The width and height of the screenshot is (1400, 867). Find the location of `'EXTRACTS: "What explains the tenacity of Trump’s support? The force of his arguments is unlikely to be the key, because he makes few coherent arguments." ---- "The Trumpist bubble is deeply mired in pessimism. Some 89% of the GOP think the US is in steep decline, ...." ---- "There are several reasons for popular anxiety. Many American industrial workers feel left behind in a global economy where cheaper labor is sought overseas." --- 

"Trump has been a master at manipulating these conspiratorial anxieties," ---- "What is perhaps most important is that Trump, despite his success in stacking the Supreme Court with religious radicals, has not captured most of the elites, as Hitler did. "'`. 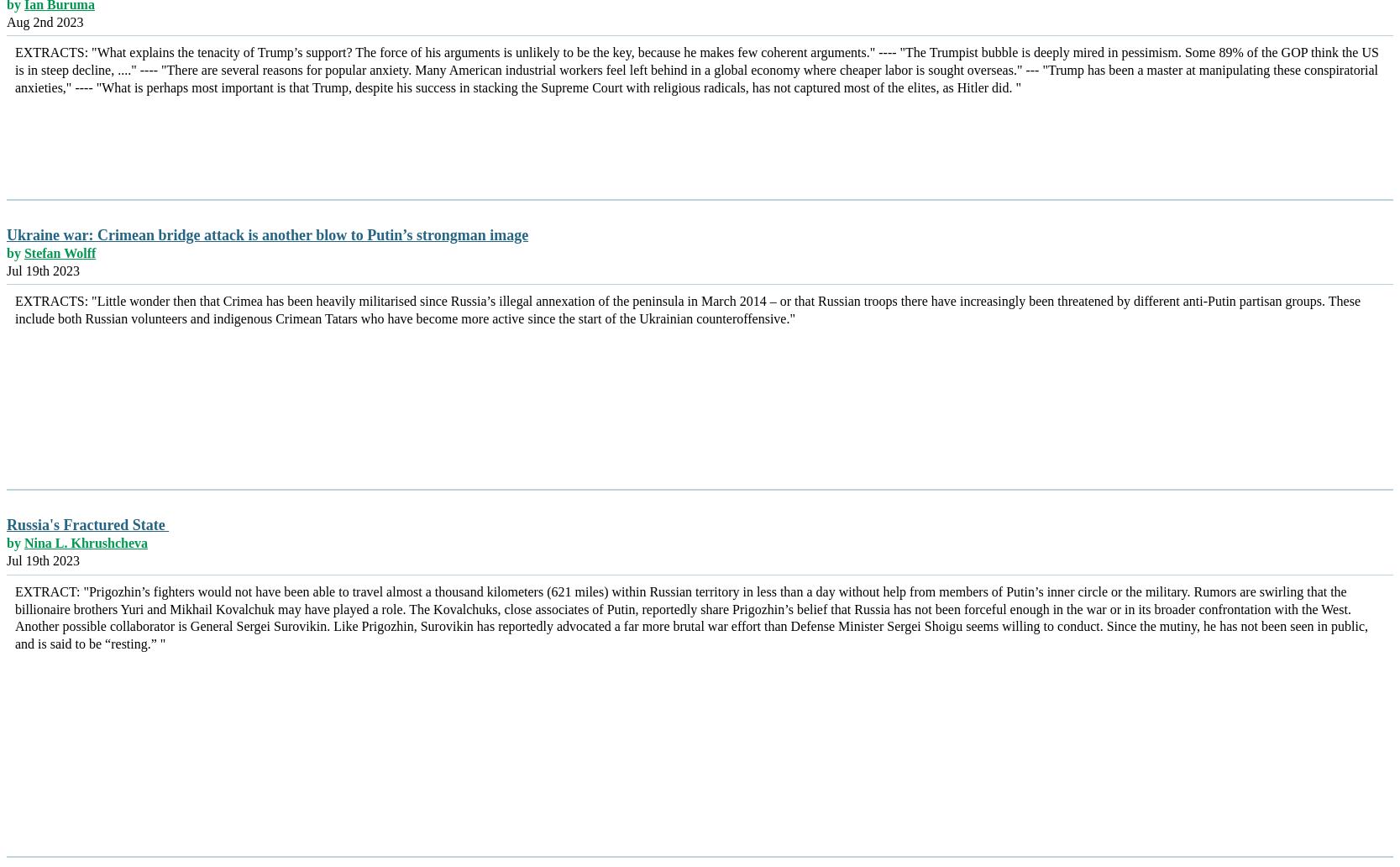

'EXTRACTS: "What explains the tenacity of Trump’s support? The force of his arguments is unlikely to be the key, because he makes few coherent arguments." ---- "The Trumpist bubble is deeply mired in pessimism. Some 89% of the GOP think the US is in steep decline, ...." ---- "There are several reasons for popular anxiety. Many American industrial workers feel left behind in a global economy where cheaper labor is sought overseas." --- 

"Trump has been a master at manipulating these conspiratorial anxieties," ---- "What is perhaps most important is that Trump, despite his success in stacking the Supreme Court with religious radicals, has not captured most of the elites, as Hitler did. "' is located at coordinates (696, 69).